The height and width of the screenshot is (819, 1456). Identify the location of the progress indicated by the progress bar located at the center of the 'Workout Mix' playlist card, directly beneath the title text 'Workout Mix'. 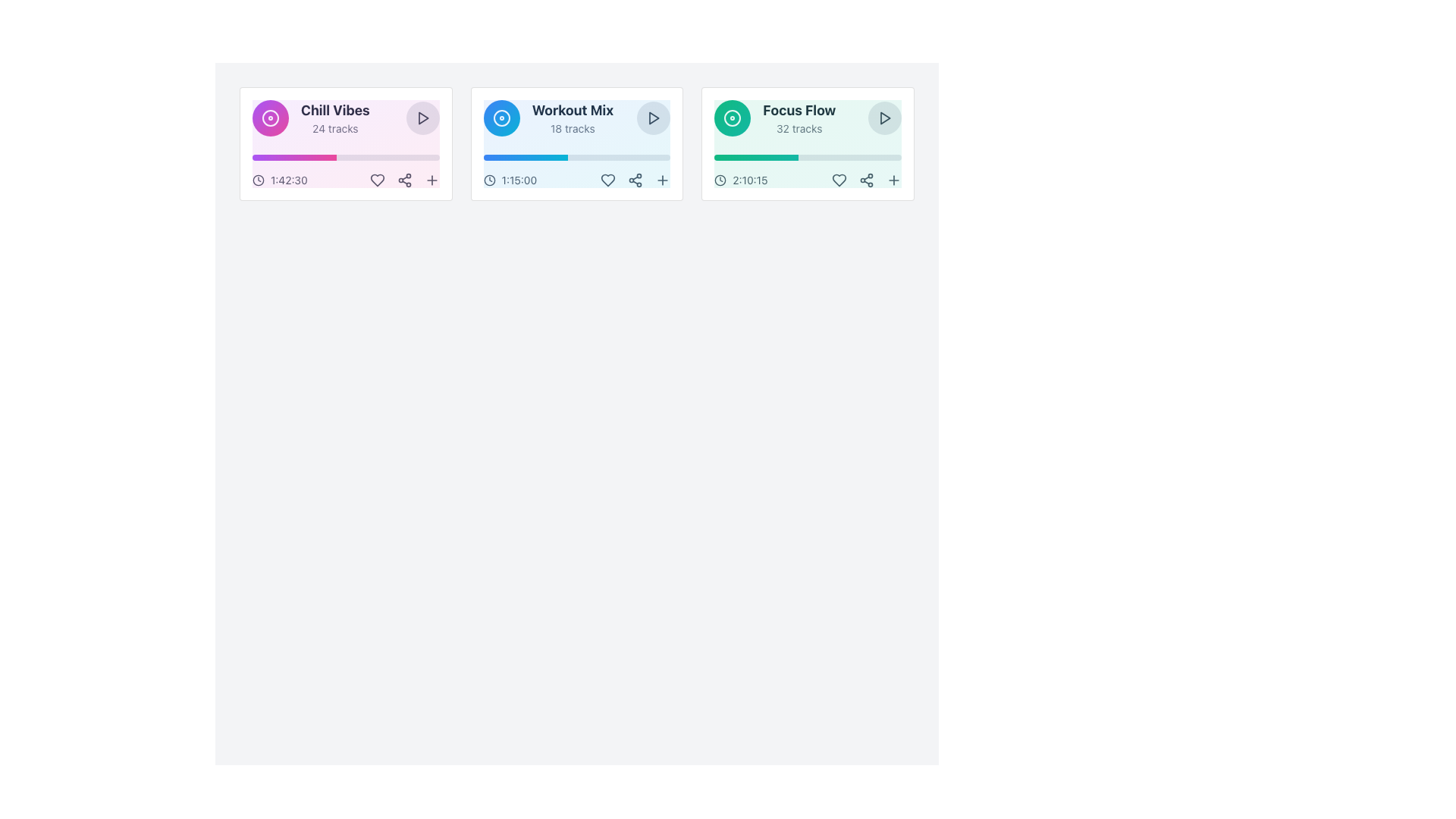
(576, 158).